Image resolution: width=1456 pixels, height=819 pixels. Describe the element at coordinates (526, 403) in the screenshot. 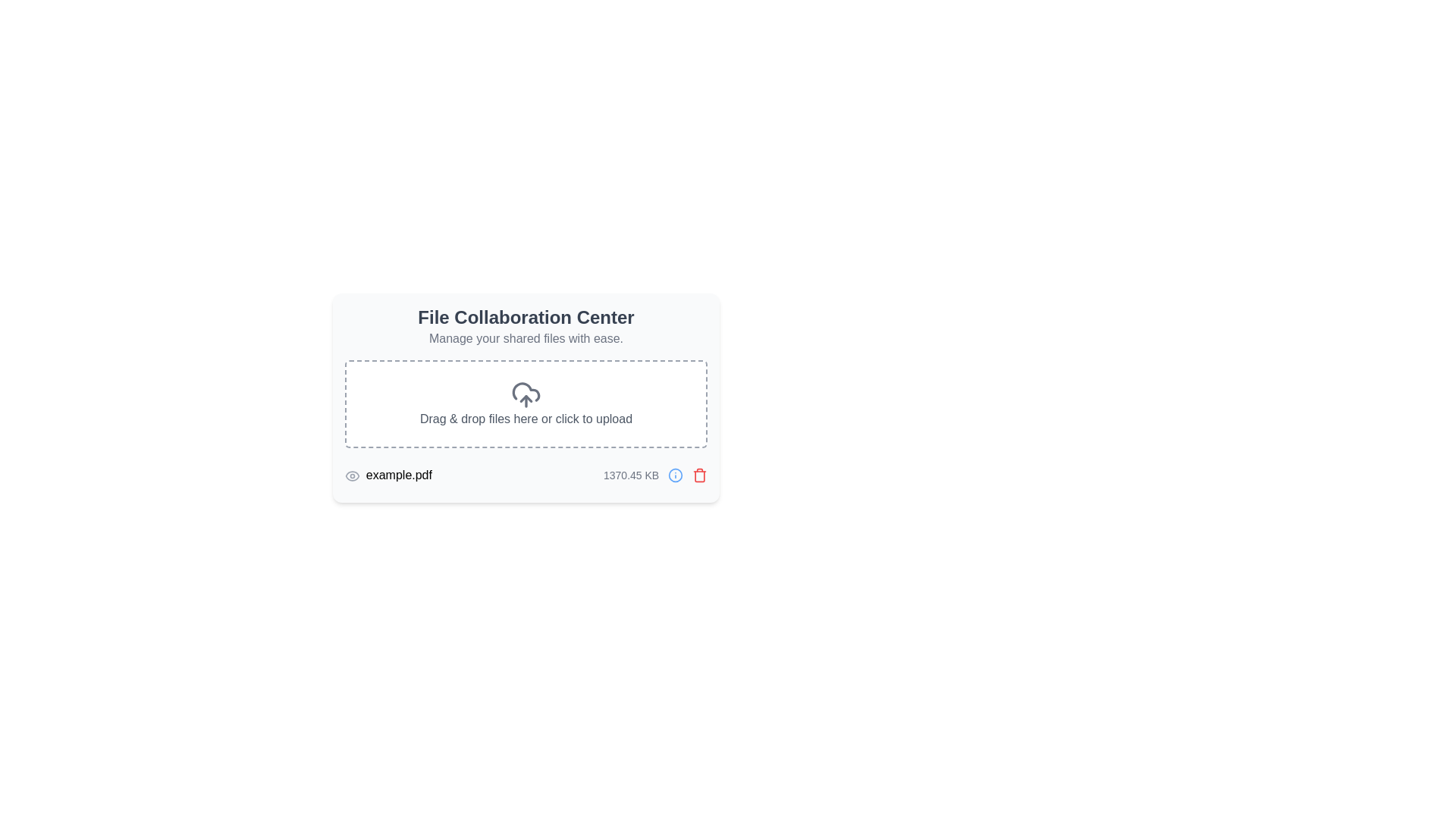

I see `files onto the drag-and-drop file upload area located centrally within the gray panel` at that location.